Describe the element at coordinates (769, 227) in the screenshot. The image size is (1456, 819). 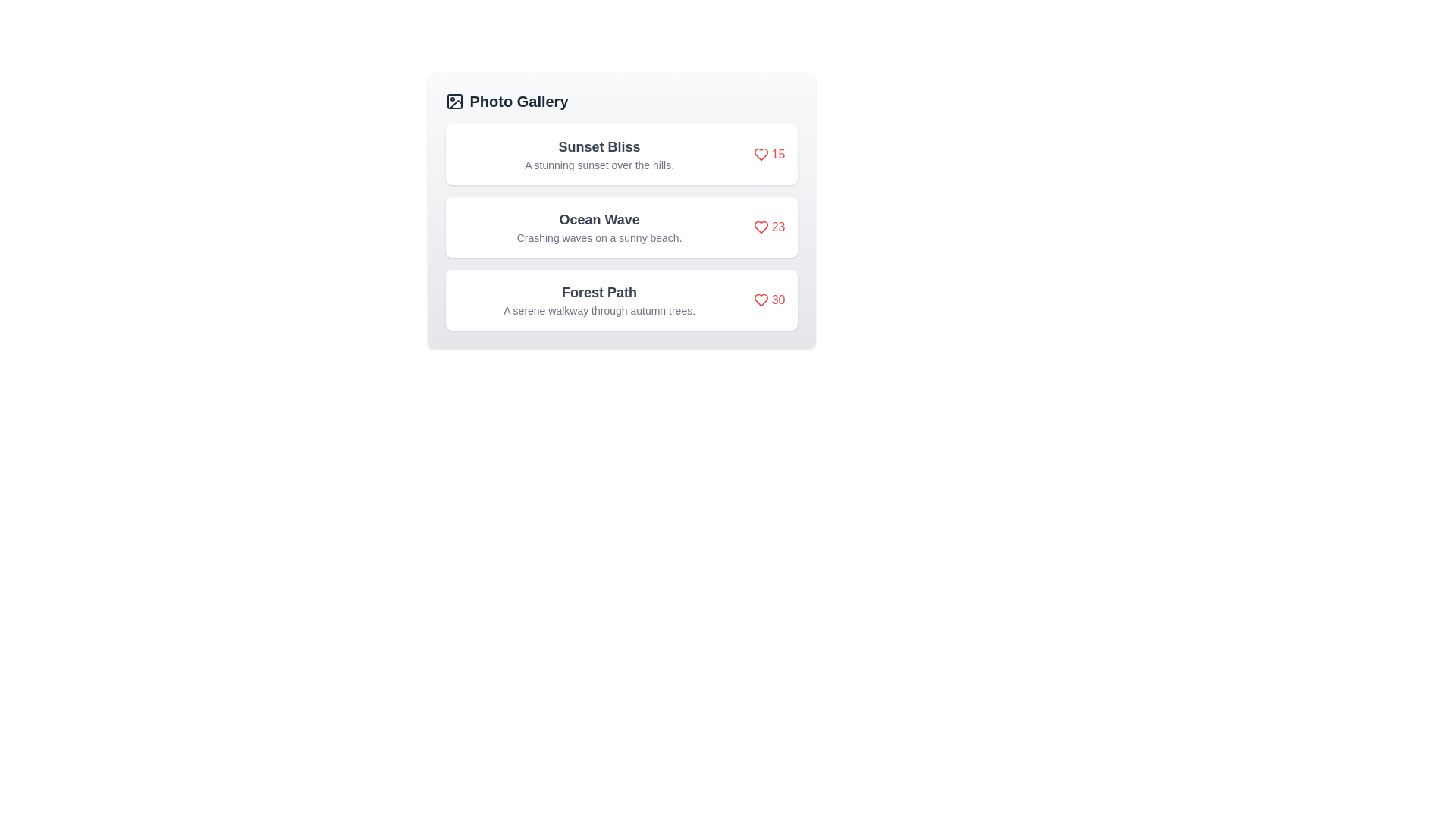
I see `like button for the photo titled Ocean Wave` at that location.